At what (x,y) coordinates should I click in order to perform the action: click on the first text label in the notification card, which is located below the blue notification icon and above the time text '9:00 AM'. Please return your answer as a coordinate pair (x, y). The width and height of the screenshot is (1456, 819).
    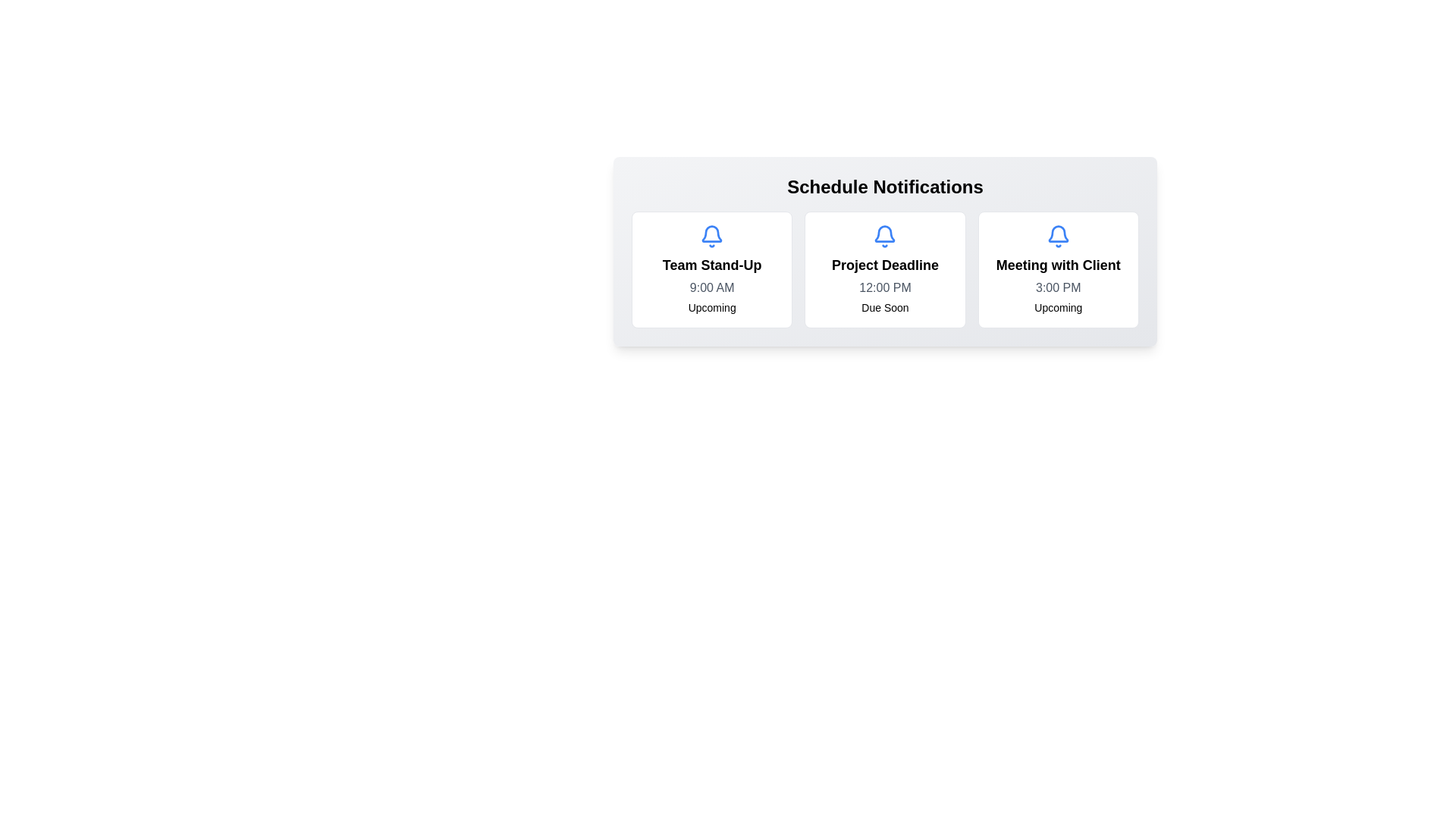
    Looking at the image, I should click on (711, 265).